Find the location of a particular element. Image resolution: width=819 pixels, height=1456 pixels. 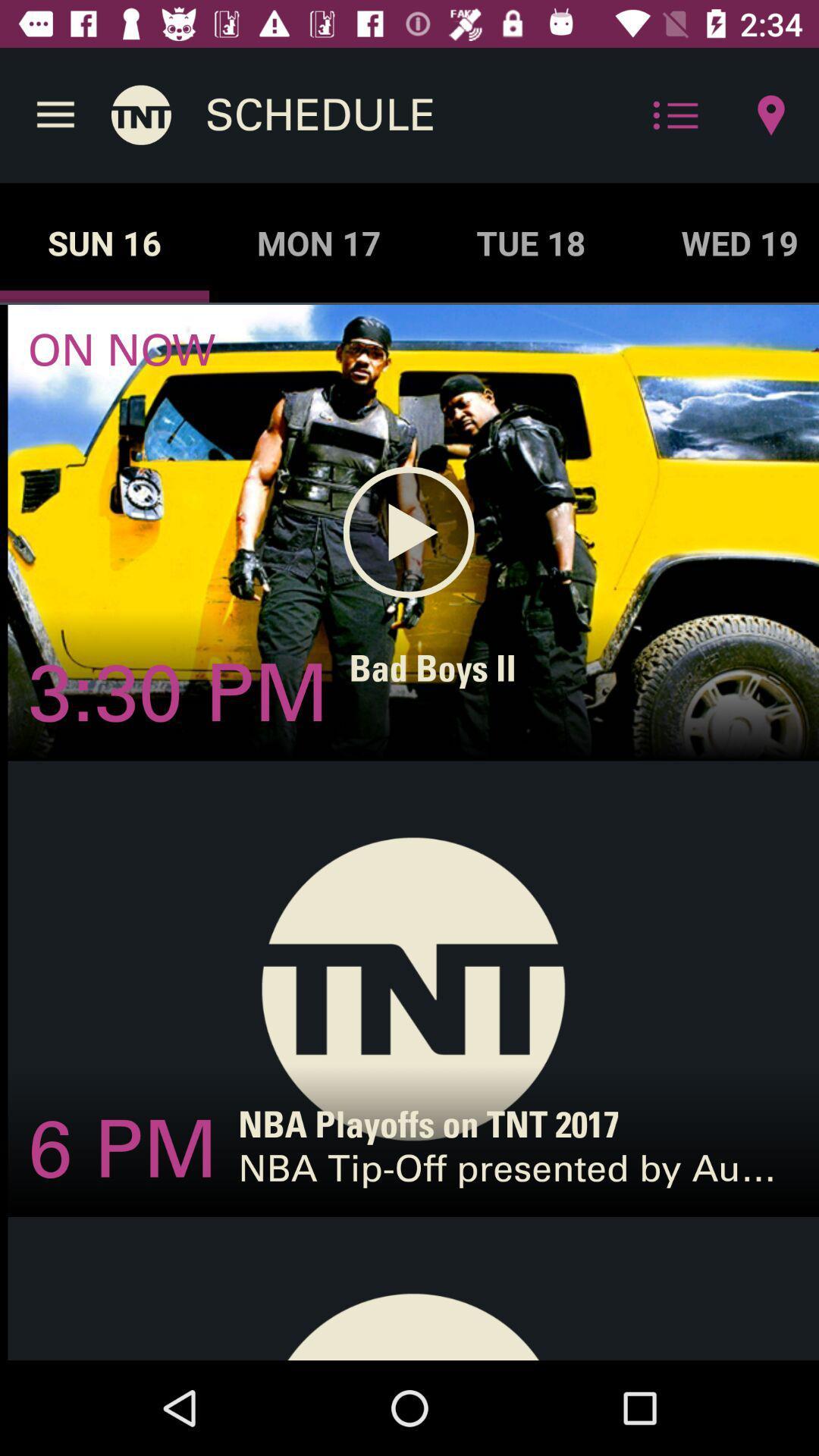

the item next to the tue 18 is located at coordinates (725, 243).